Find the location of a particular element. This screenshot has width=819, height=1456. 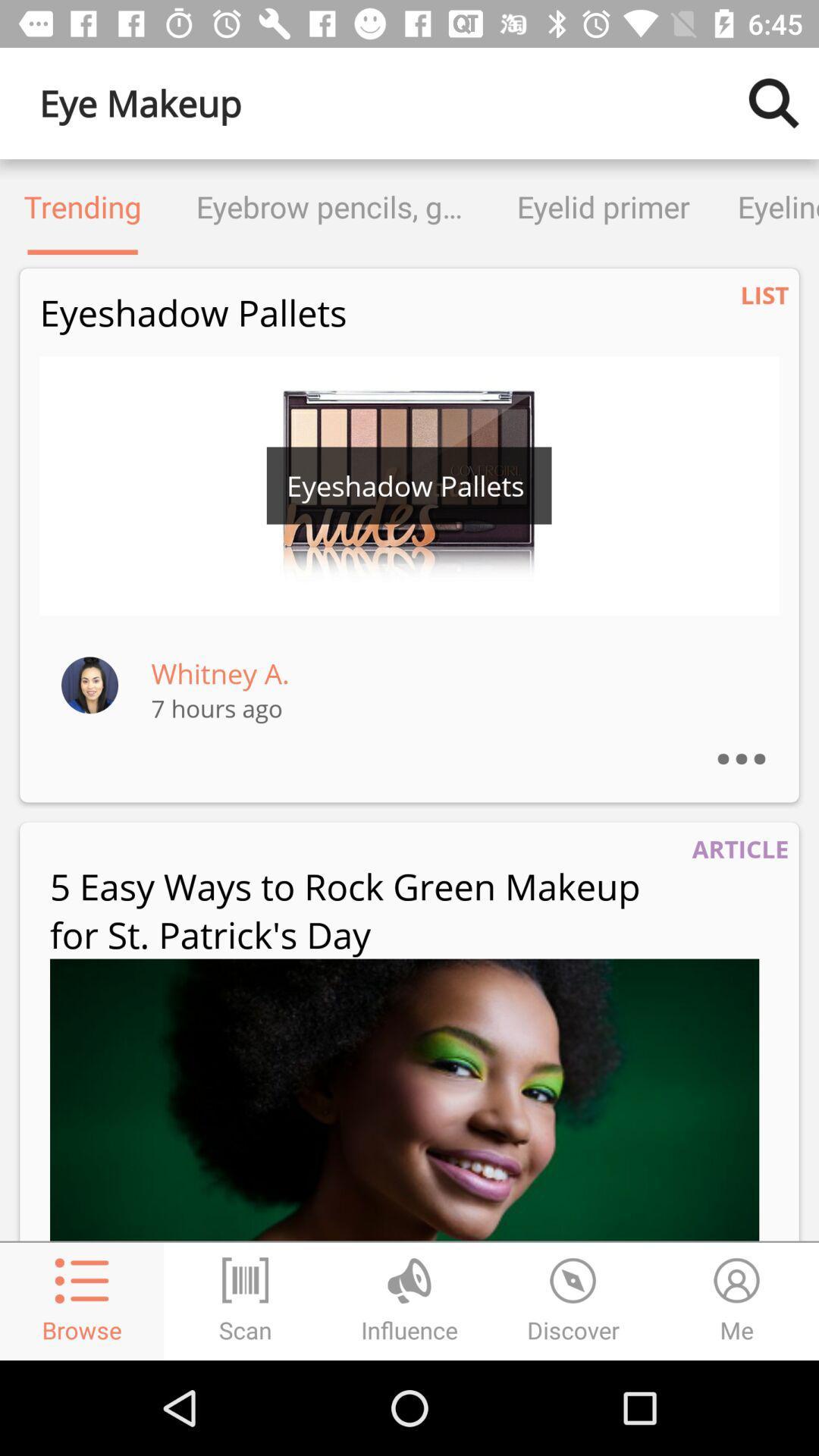

item next to eyeliner is located at coordinates (602, 206).